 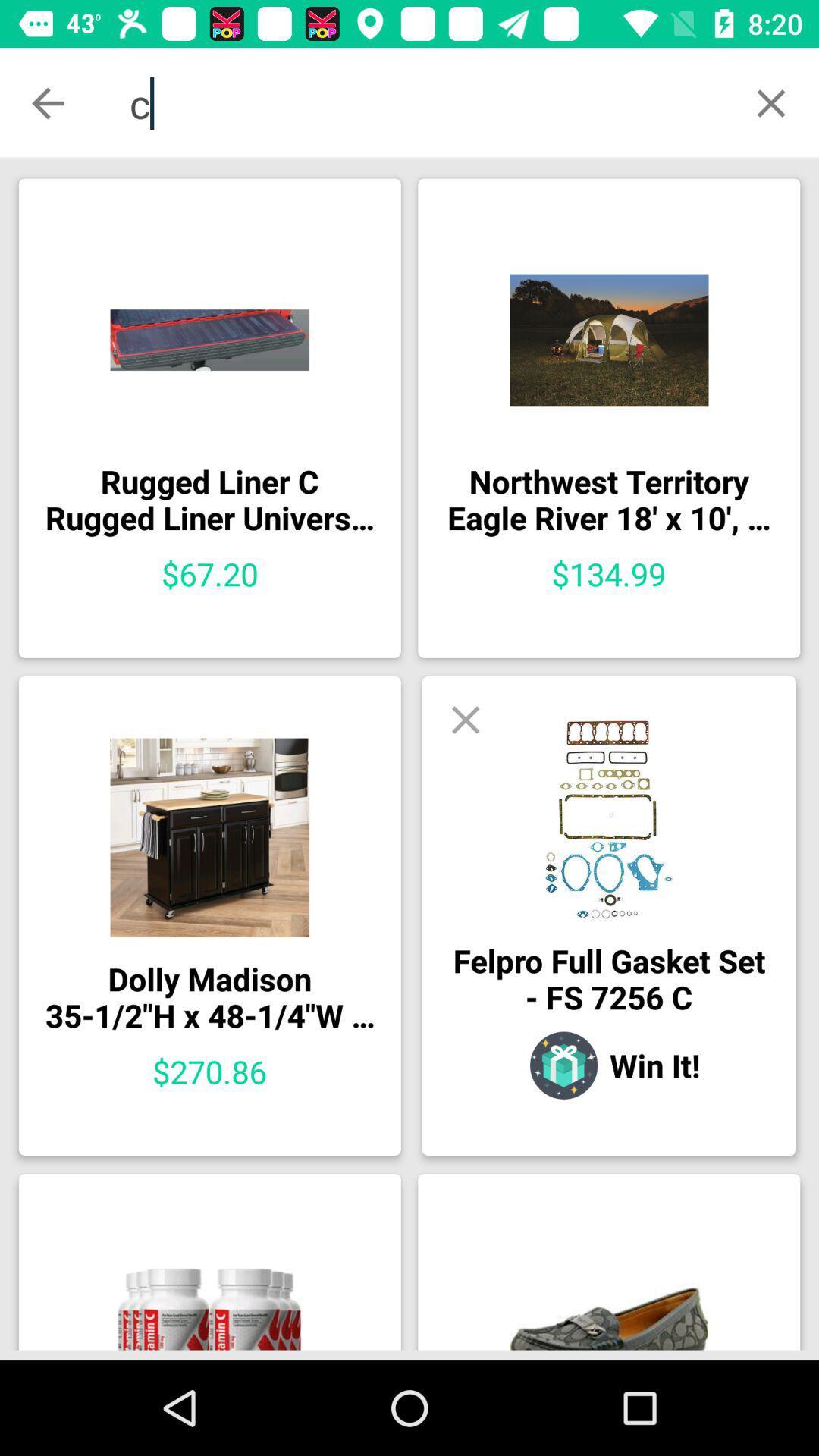 What do you see at coordinates (771, 102) in the screenshot?
I see `the close icon` at bounding box center [771, 102].